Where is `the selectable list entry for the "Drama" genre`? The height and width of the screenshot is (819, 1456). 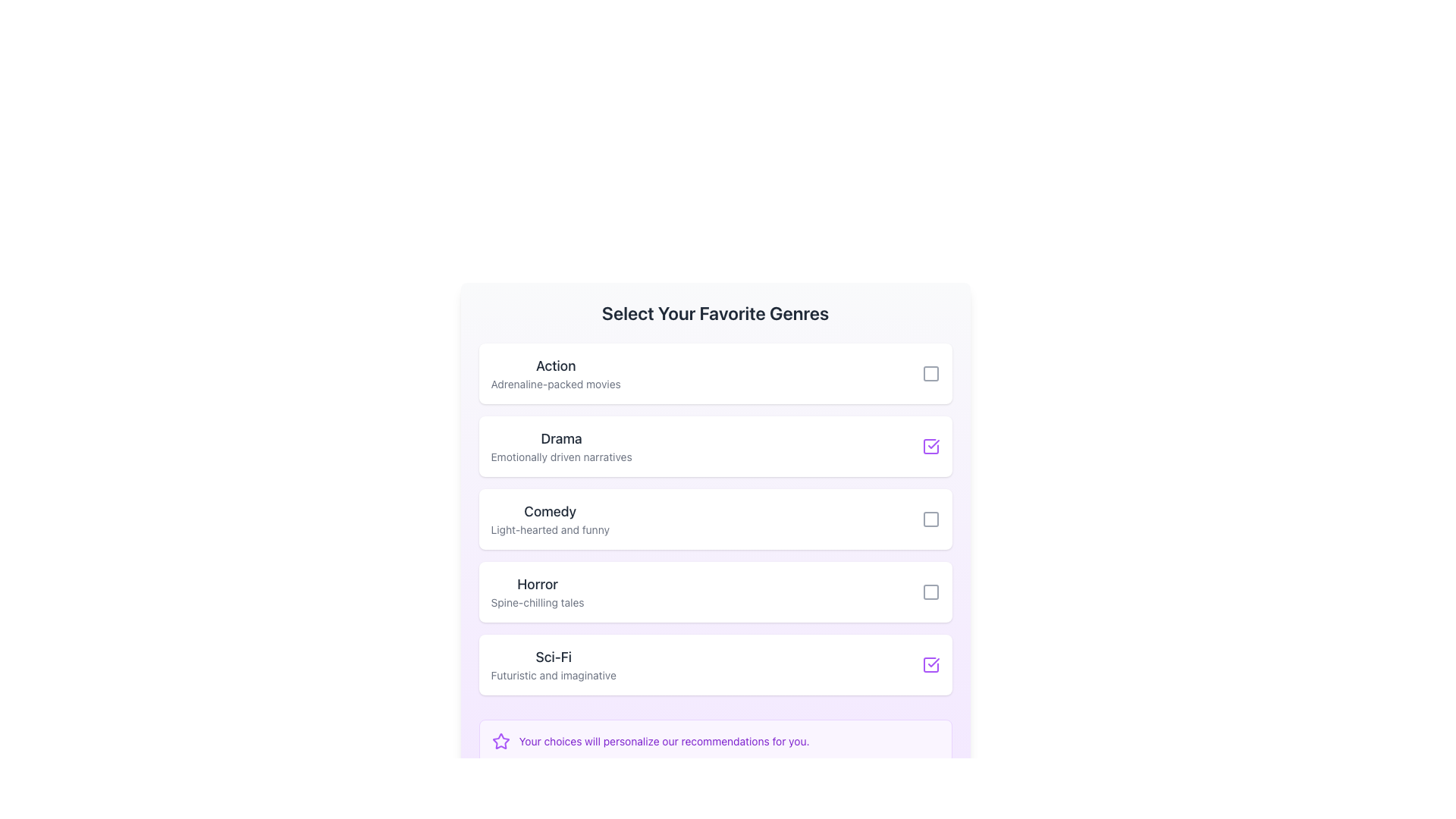
the selectable list entry for the "Drama" genre is located at coordinates (714, 446).